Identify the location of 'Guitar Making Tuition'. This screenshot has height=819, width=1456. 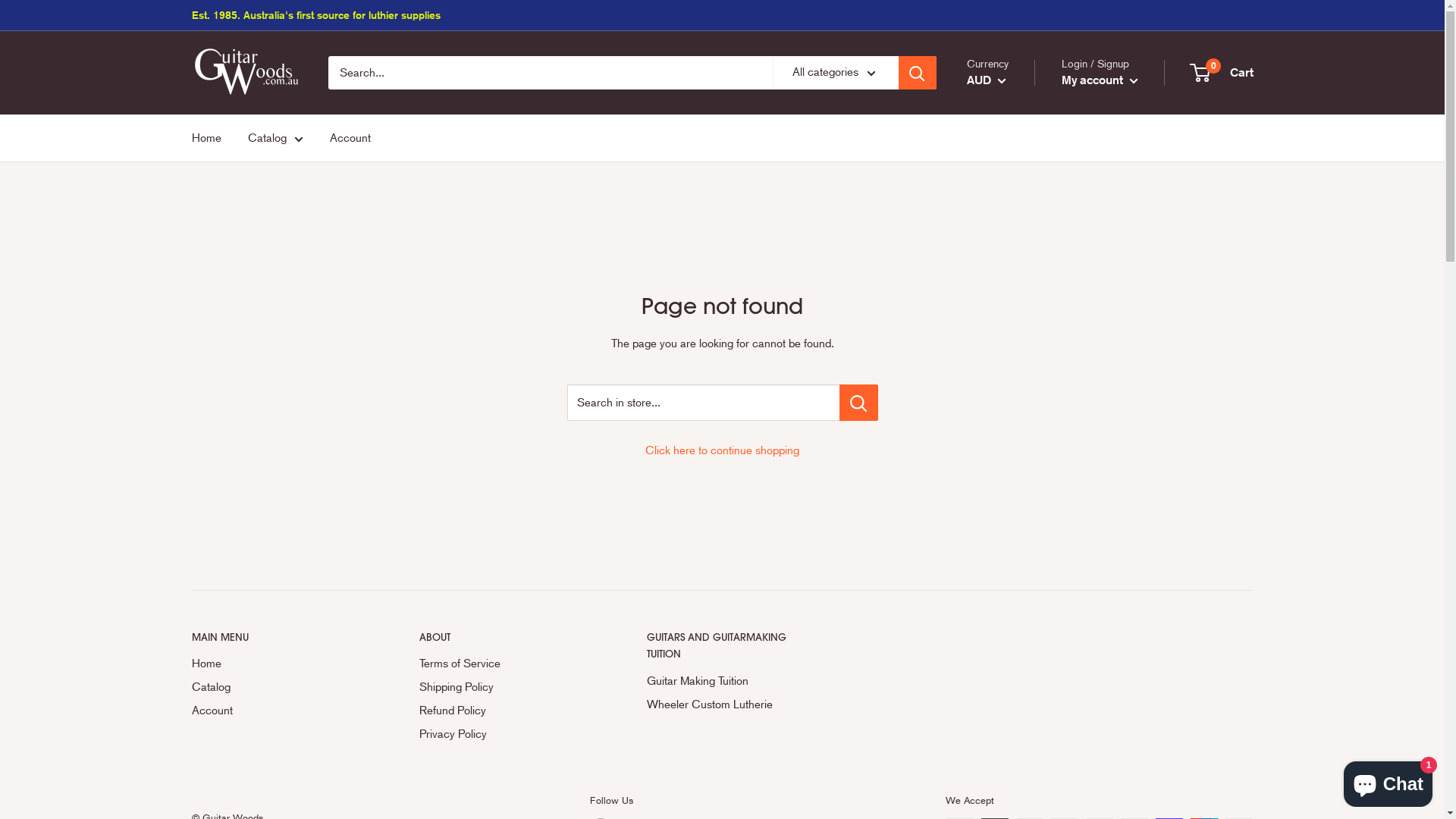
(733, 680).